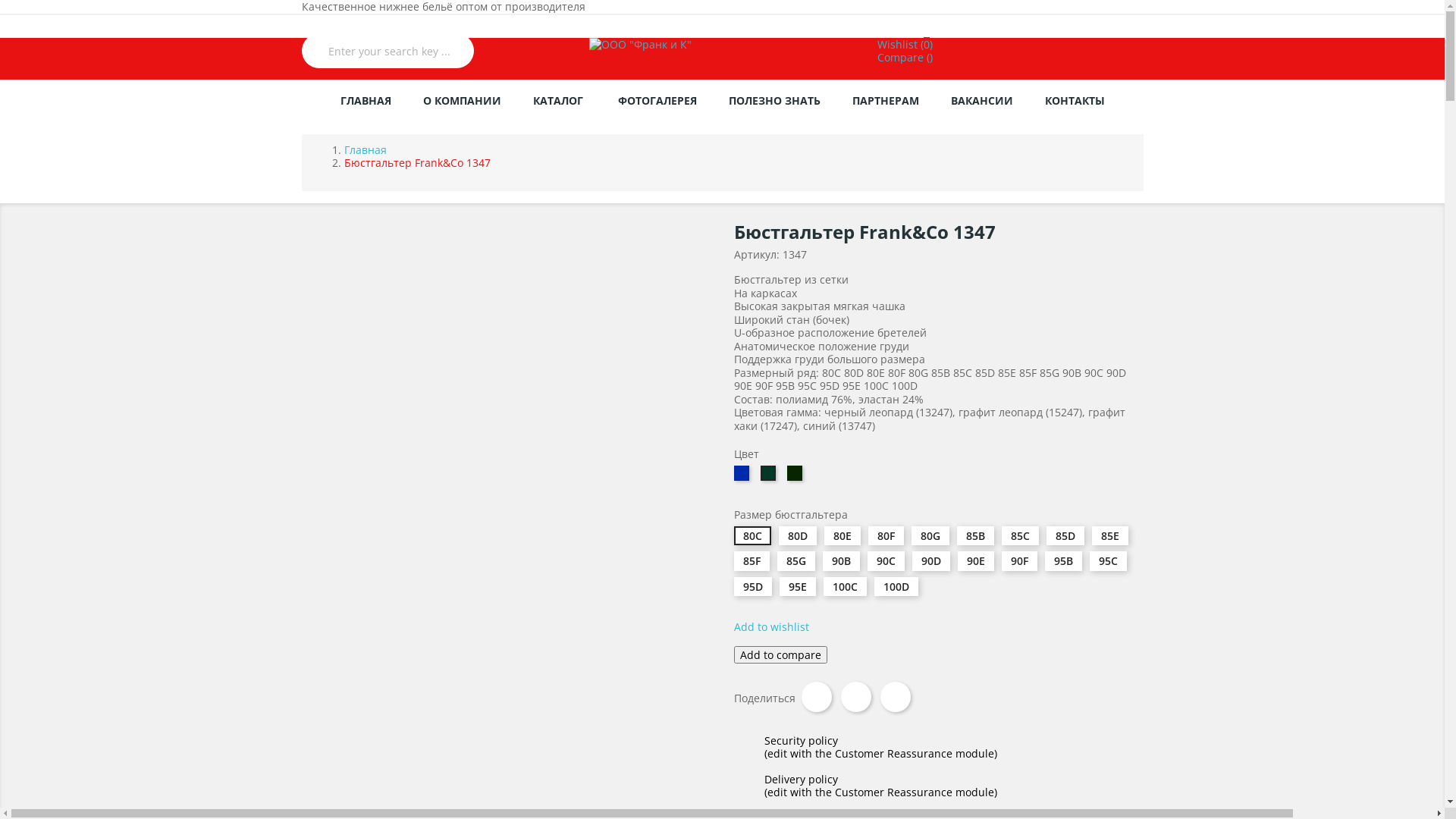 The width and height of the screenshot is (1456, 819). I want to click on 'Add to wishlist', so click(771, 626).